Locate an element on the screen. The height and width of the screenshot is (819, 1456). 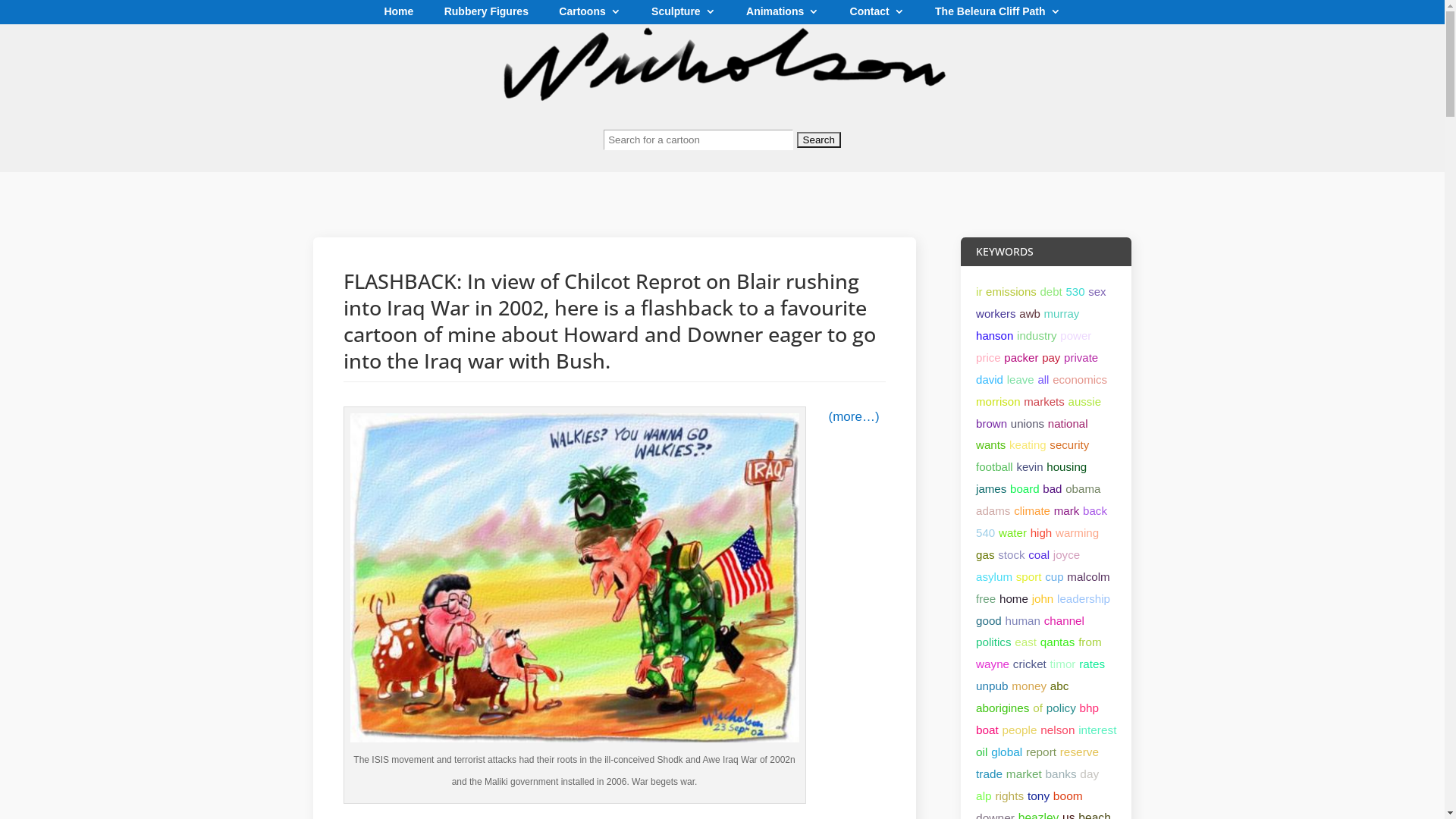
'unions' is located at coordinates (1027, 423).